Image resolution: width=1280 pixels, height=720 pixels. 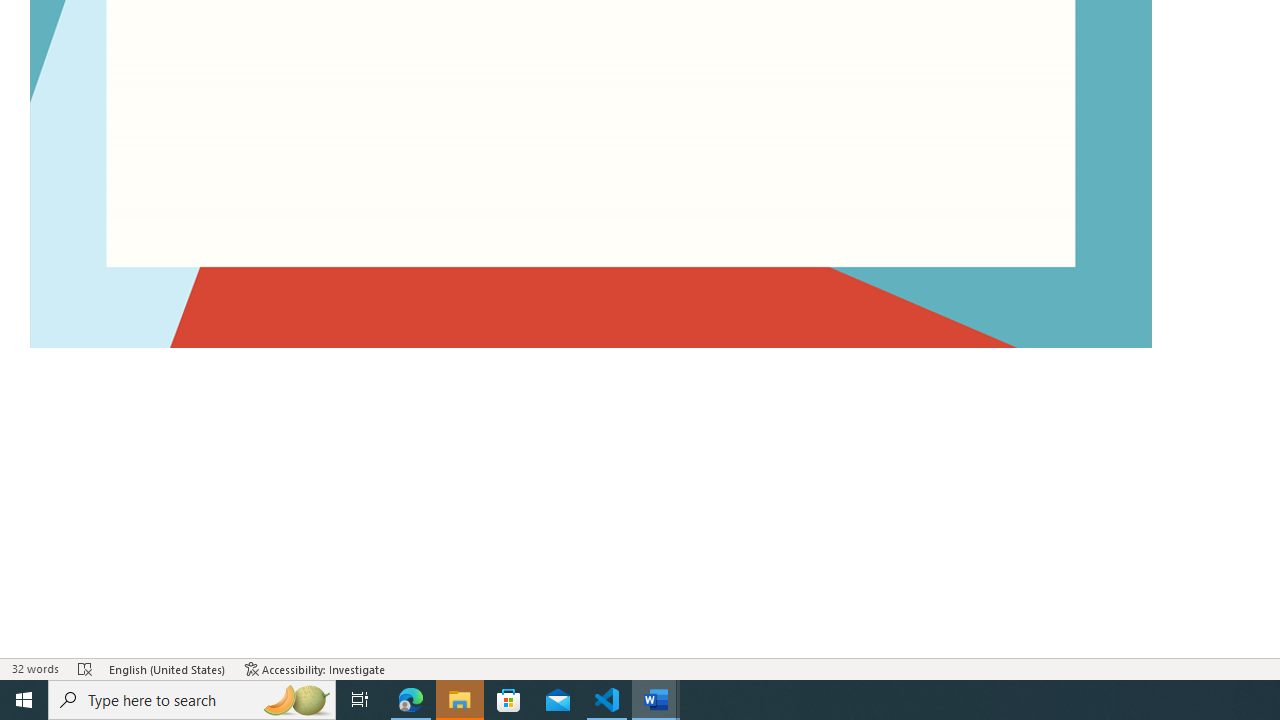 I want to click on 'Spelling and Grammar Check Errors', so click(x=85, y=669).